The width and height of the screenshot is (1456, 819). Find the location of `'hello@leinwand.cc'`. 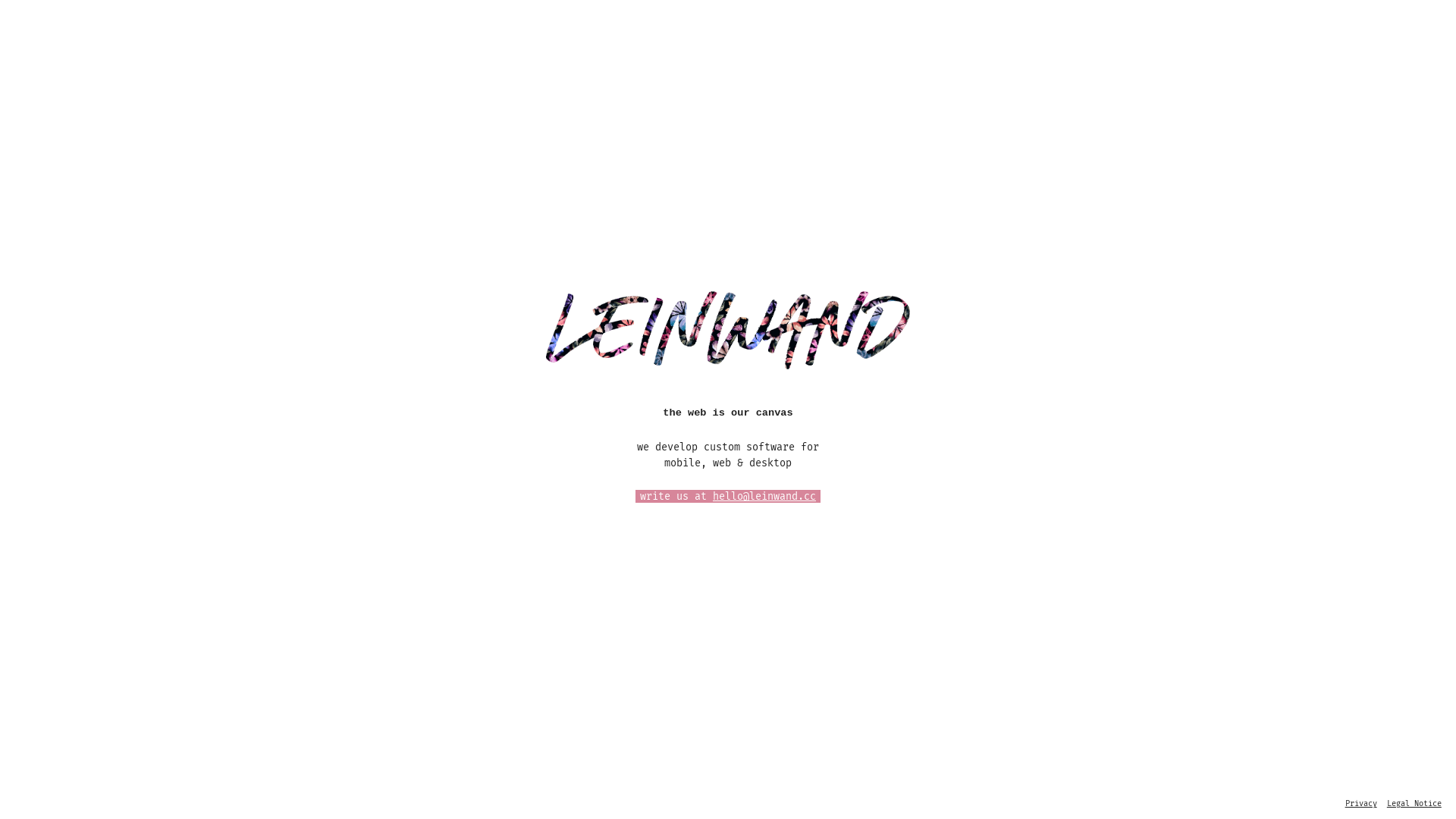

'hello@leinwand.cc' is located at coordinates (764, 496).